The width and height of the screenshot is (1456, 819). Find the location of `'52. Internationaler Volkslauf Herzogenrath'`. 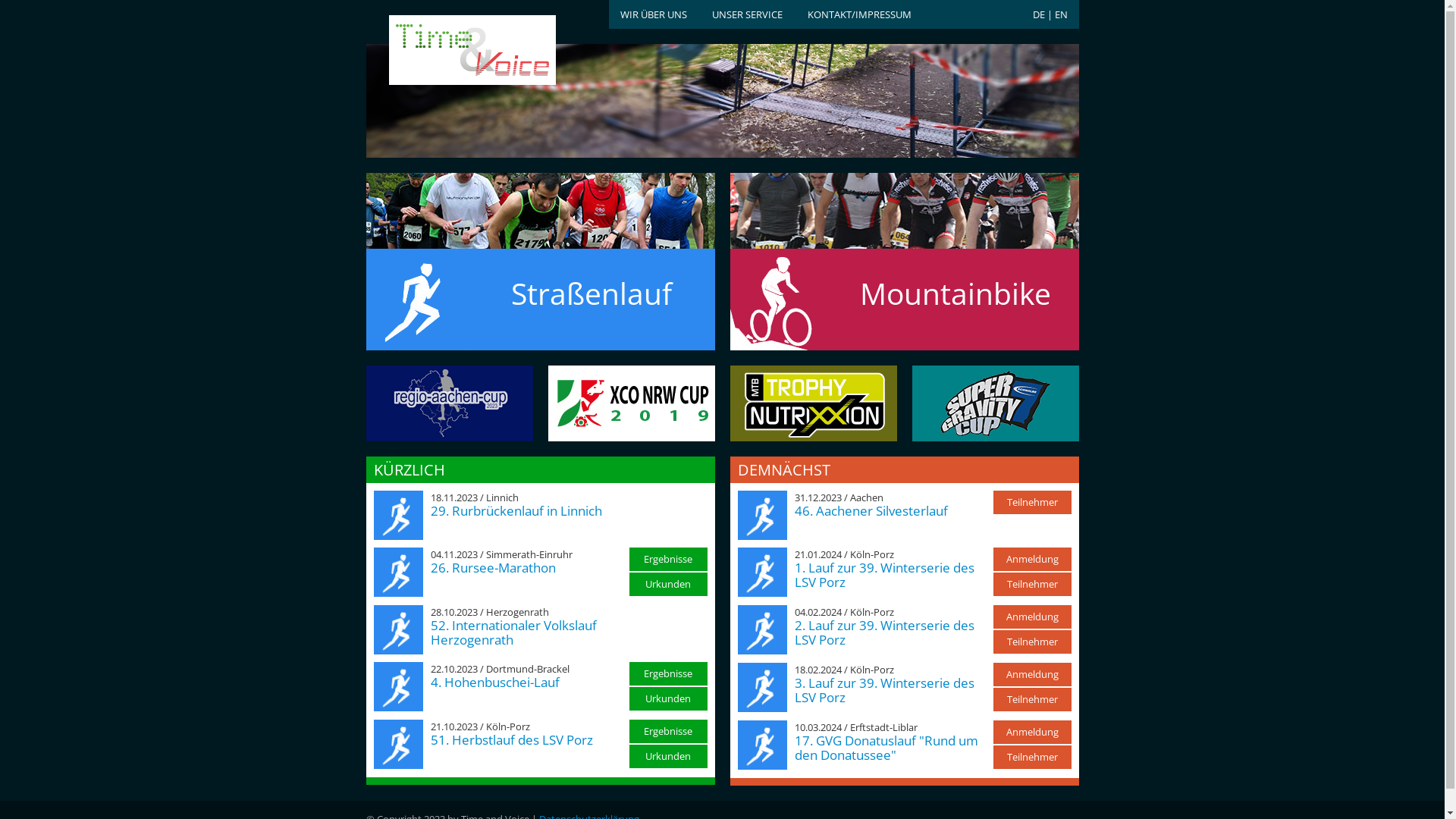

'52. Internationaler Volkslauf Herzogenrath' is located at coordinates (513, 632).